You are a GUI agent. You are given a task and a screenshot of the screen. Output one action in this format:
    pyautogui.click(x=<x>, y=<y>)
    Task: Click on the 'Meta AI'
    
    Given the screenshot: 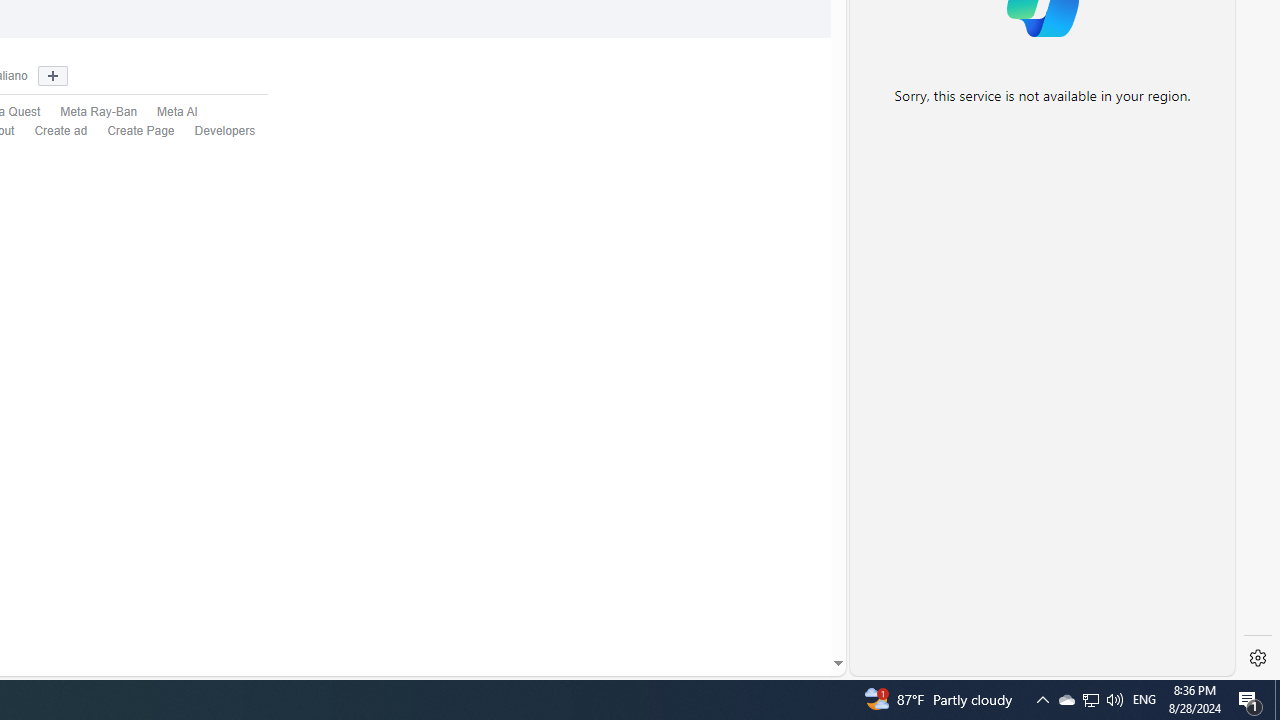 What is the action you would take?
    pyautogui.click(x=167, y=113)
    